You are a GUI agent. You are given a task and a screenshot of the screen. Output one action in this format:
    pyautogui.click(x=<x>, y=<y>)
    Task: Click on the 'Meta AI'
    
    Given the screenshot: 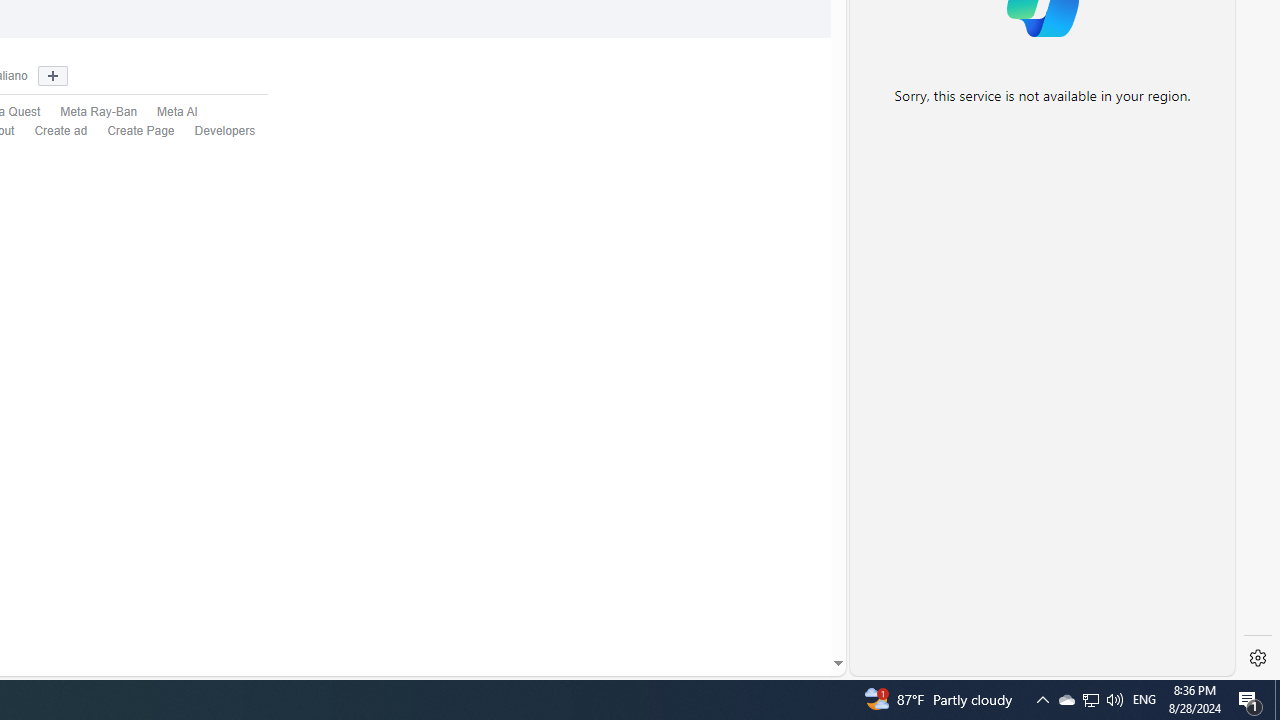 What is the action you would take?
    pyautogui.click(x=167, y=113)
    